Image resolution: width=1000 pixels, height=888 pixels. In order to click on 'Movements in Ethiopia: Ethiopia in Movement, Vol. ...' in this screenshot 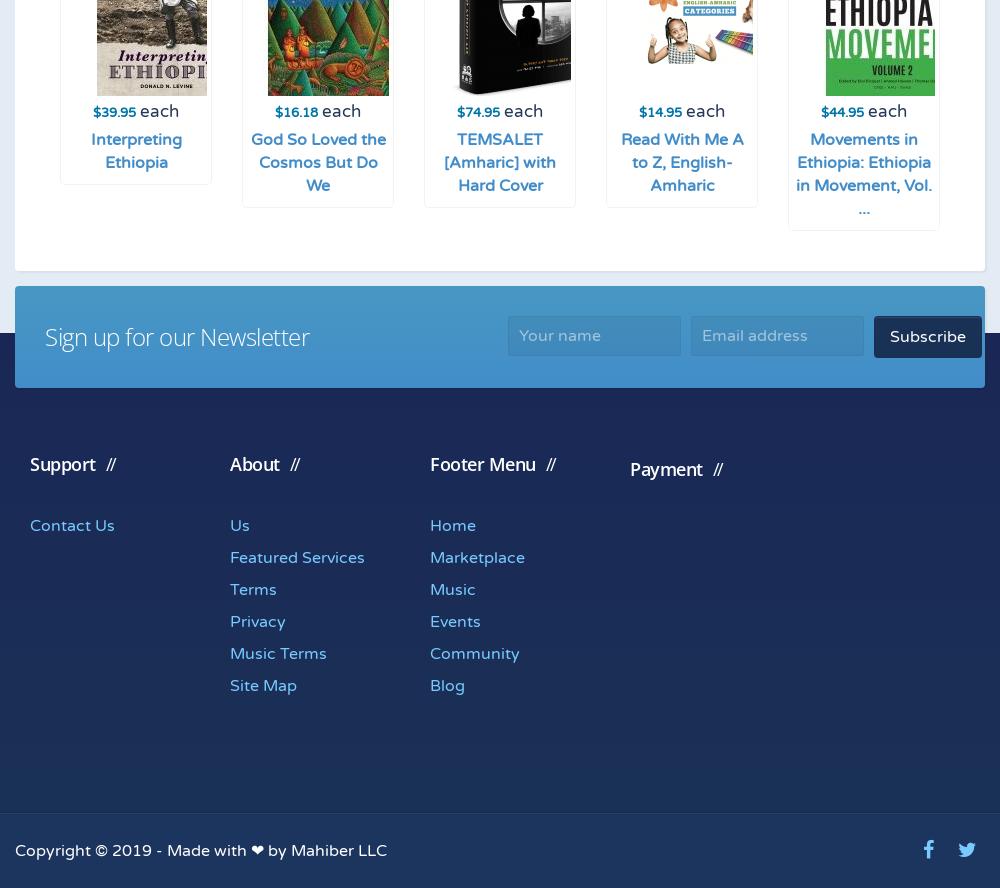, I will do `click(863, 173)`.